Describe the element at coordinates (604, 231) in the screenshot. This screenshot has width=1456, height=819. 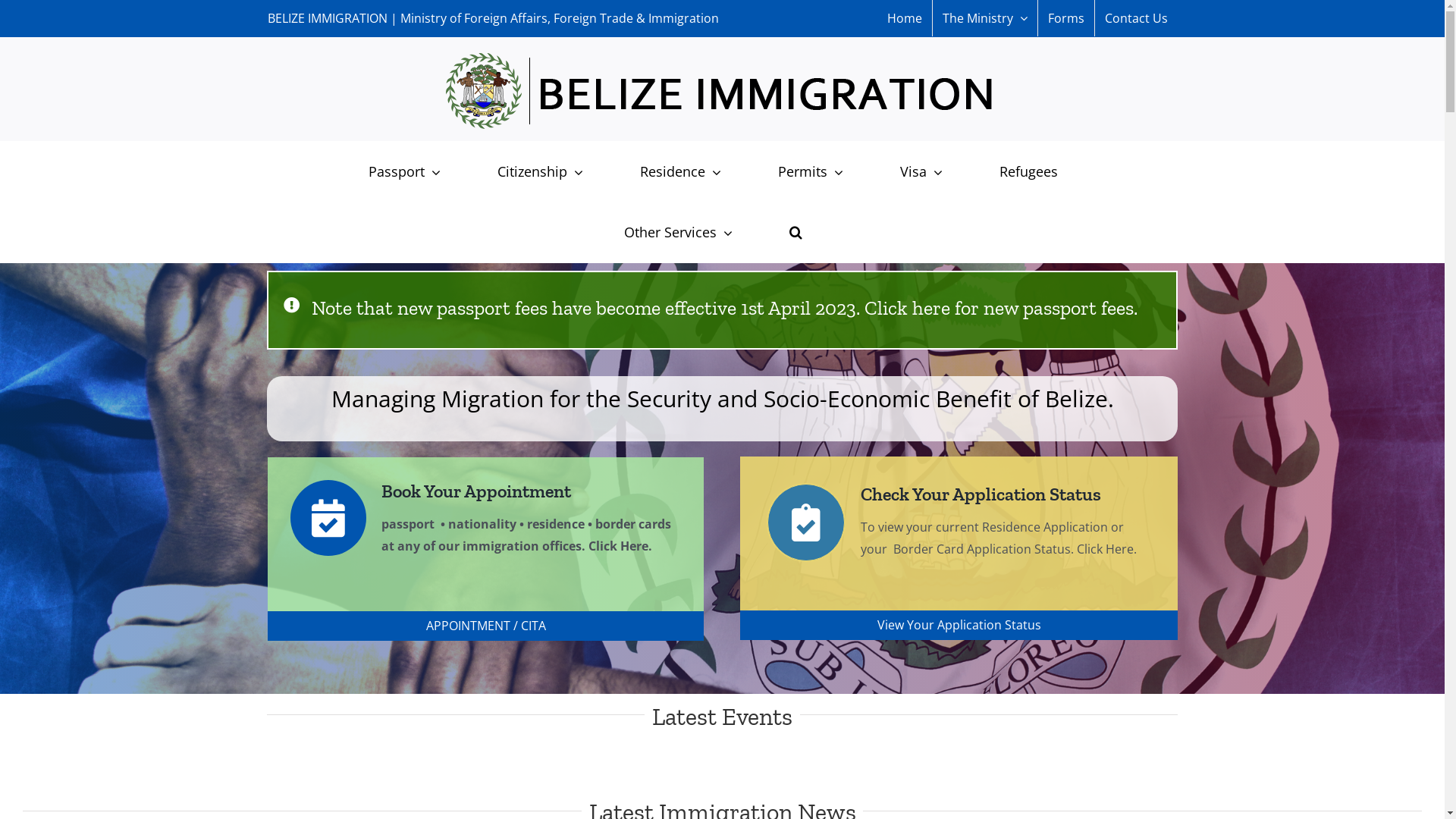
I see `'Other Services'` at that location.